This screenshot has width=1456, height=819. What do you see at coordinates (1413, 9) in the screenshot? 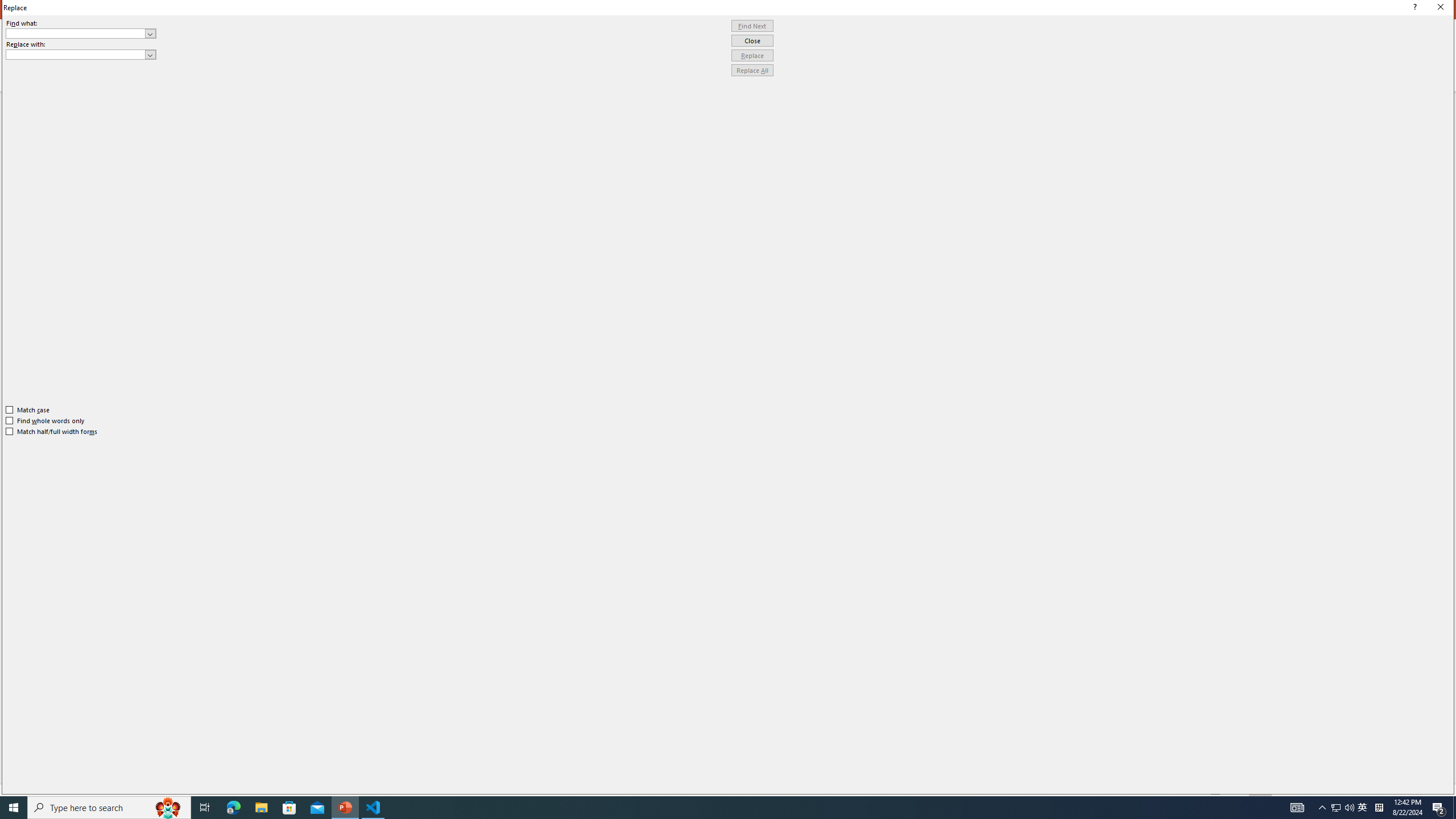
I see `'Context help'` at bounding box center [1413, 9].